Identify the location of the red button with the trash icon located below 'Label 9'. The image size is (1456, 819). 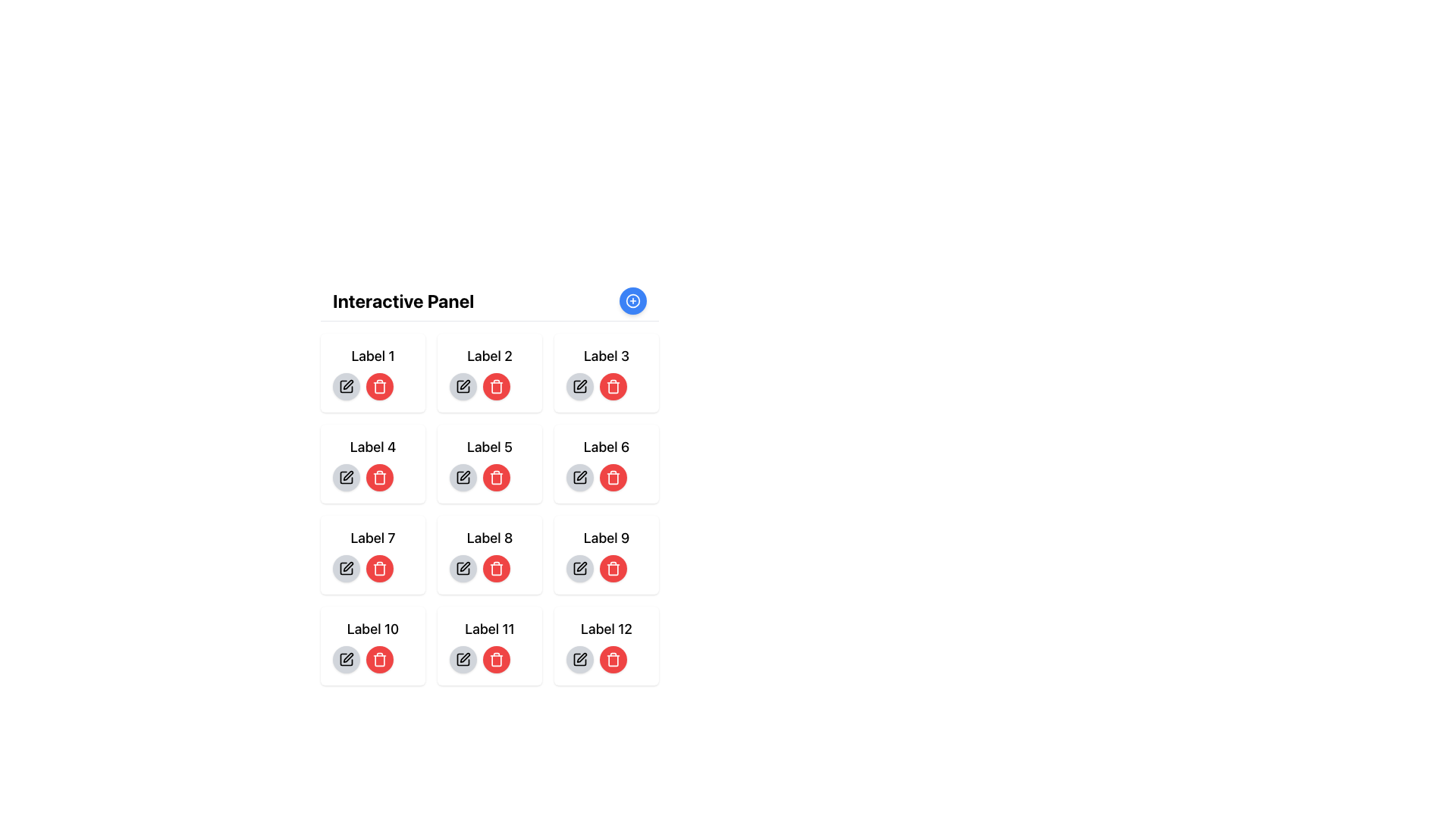
(607, 568).